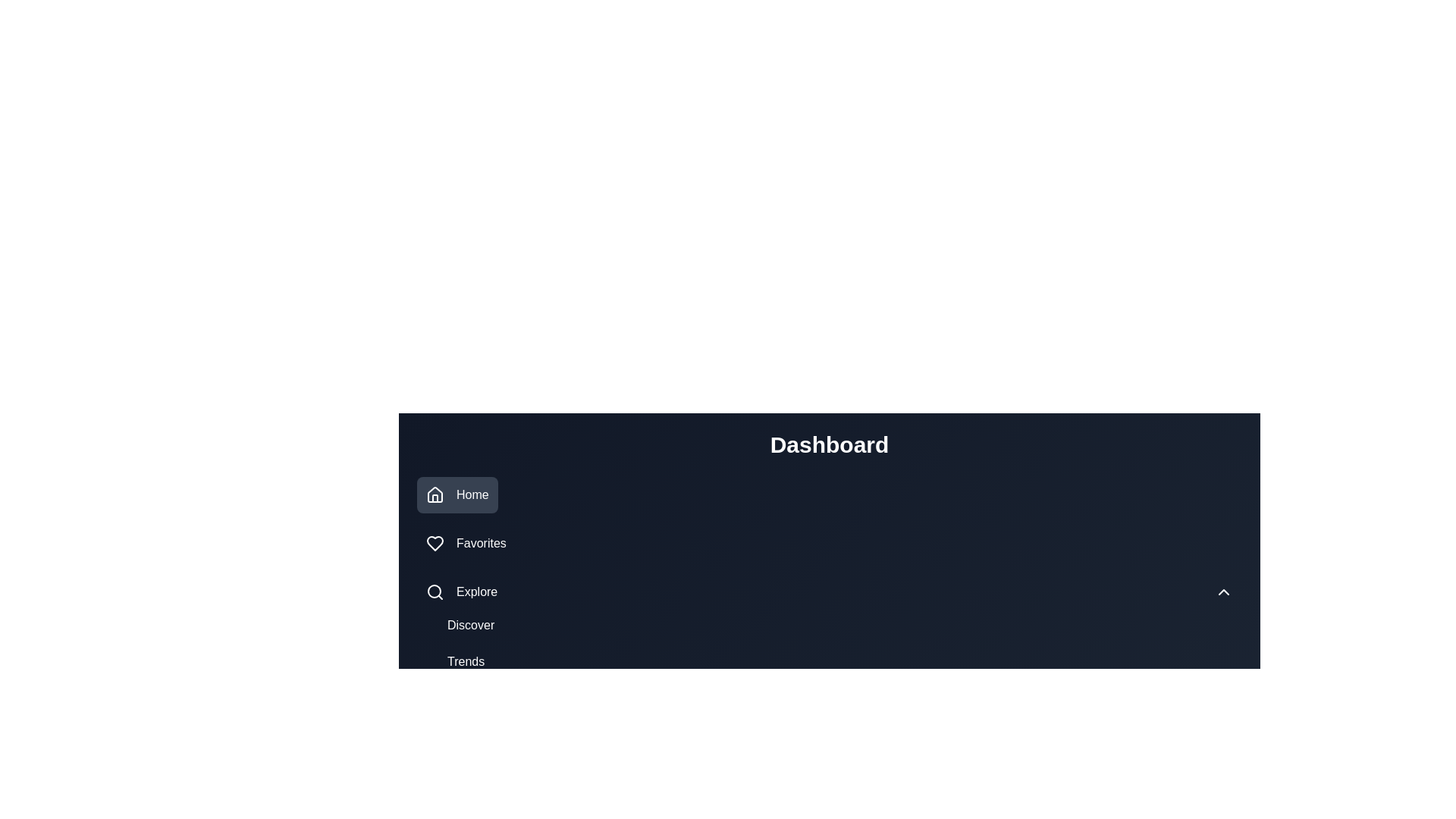 The height and width of the screenshot is (819, 1456). Describe the element at coordinates (465, 661) in the screenshot. I see `the 'Trends' menu item located in the 'DiscoverTrends' section` at that location.